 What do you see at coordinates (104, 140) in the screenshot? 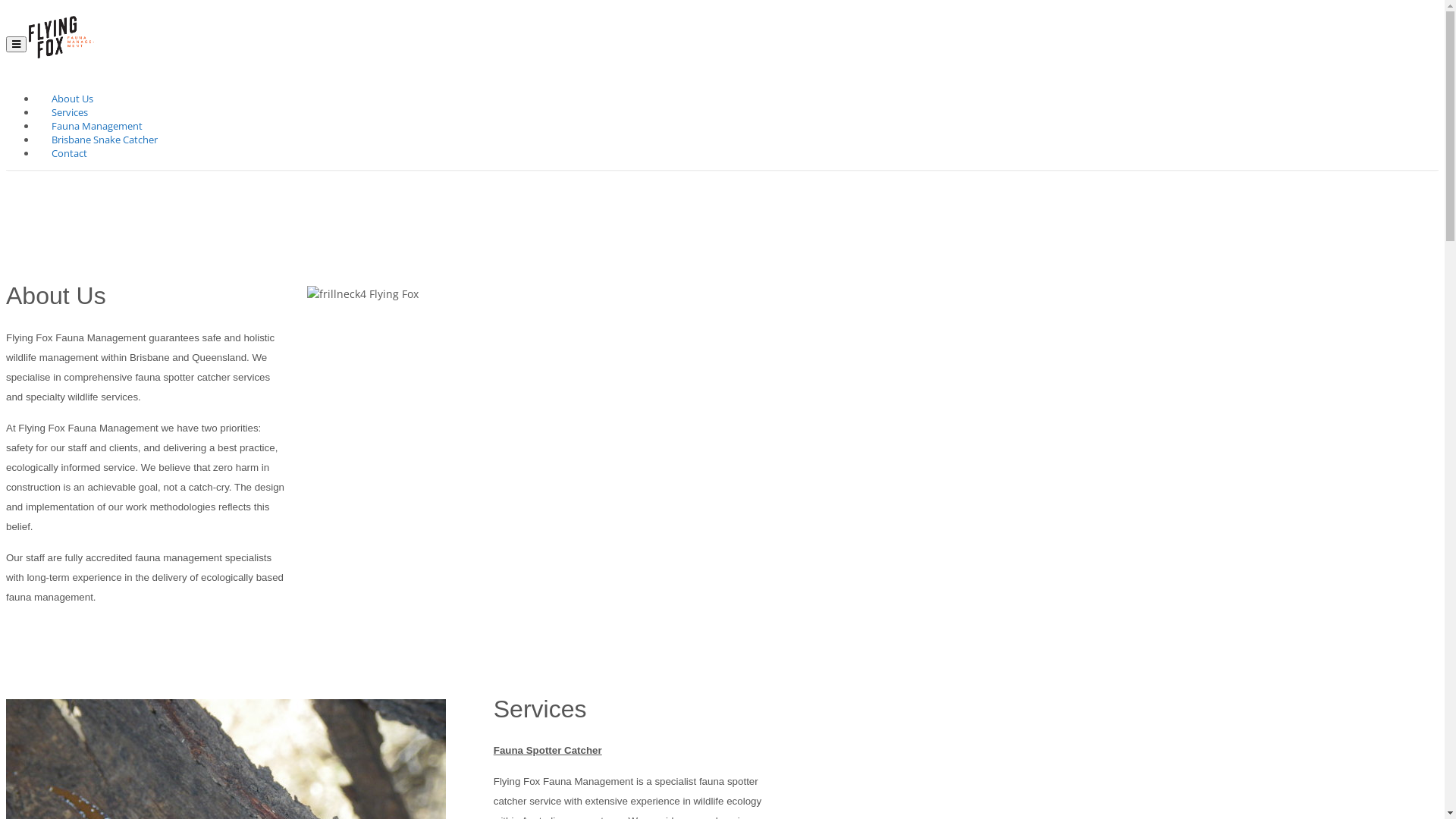
I see `'Brisbane Snake Catcher'` at bounding box center [104, 140].